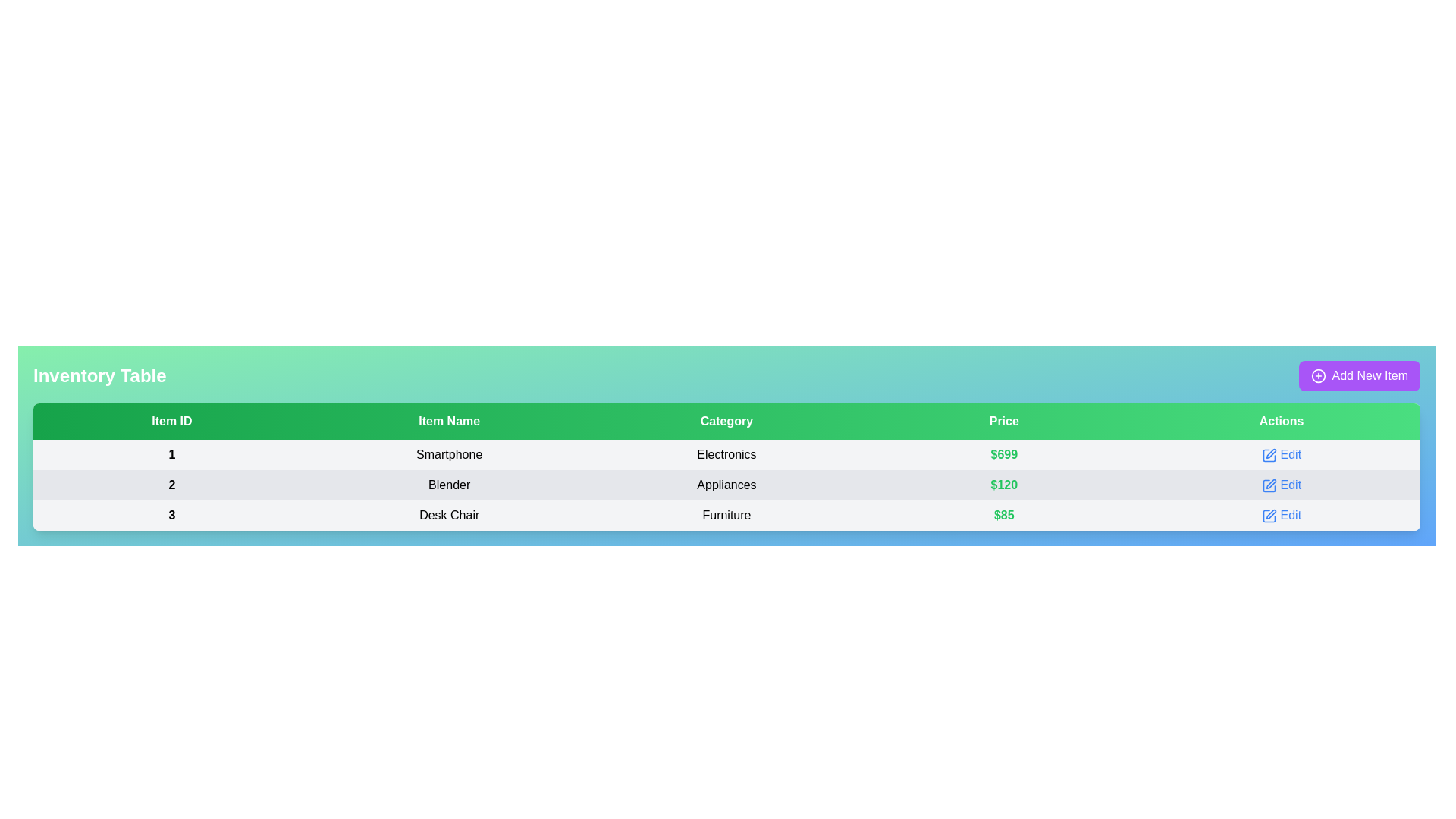 The width and height of the screenshot is (1456, 819). What do you see at coordinates (1004, 421) in the screenshot?
I see `the fourth column header labeled 'Price' in the table, which is positioned in the upper-right portion of the interface and serves as a static display element` at bounding box center [1004, 421].